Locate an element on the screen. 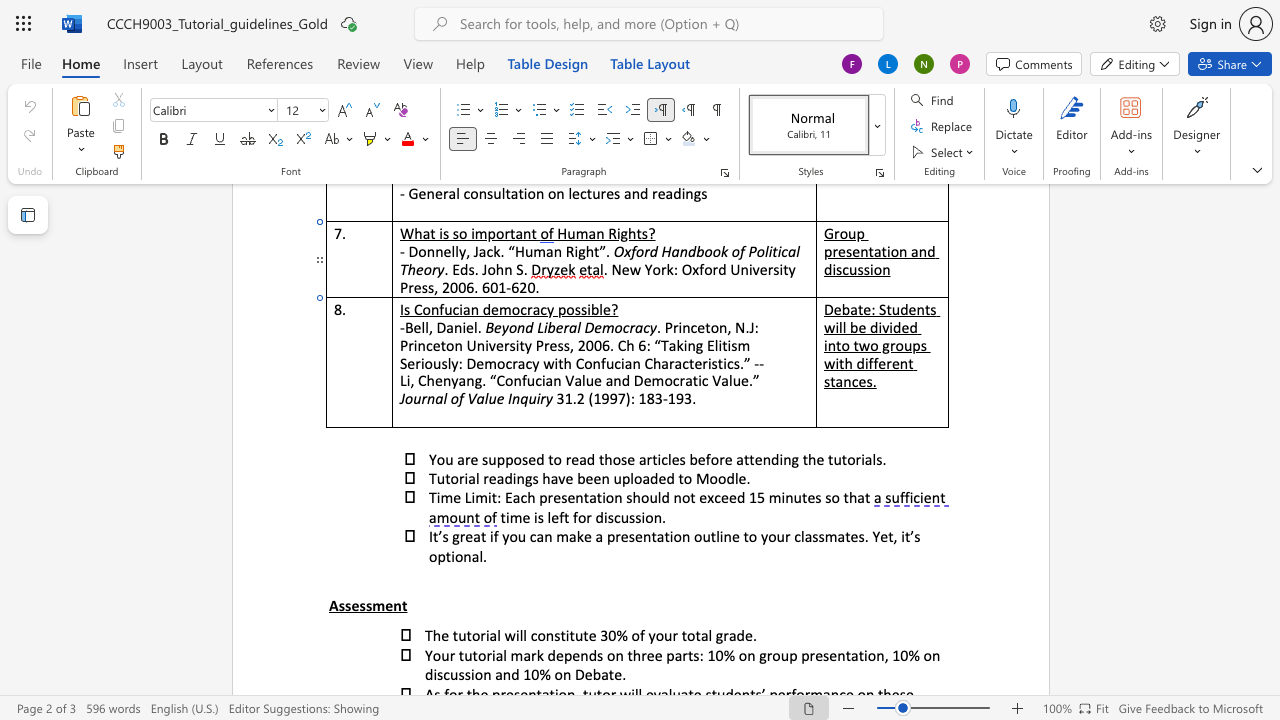 This screenshot has width=1280, height=720. the space between the continuous character "h" and "a" in the text is located at coordinates (550, 478).